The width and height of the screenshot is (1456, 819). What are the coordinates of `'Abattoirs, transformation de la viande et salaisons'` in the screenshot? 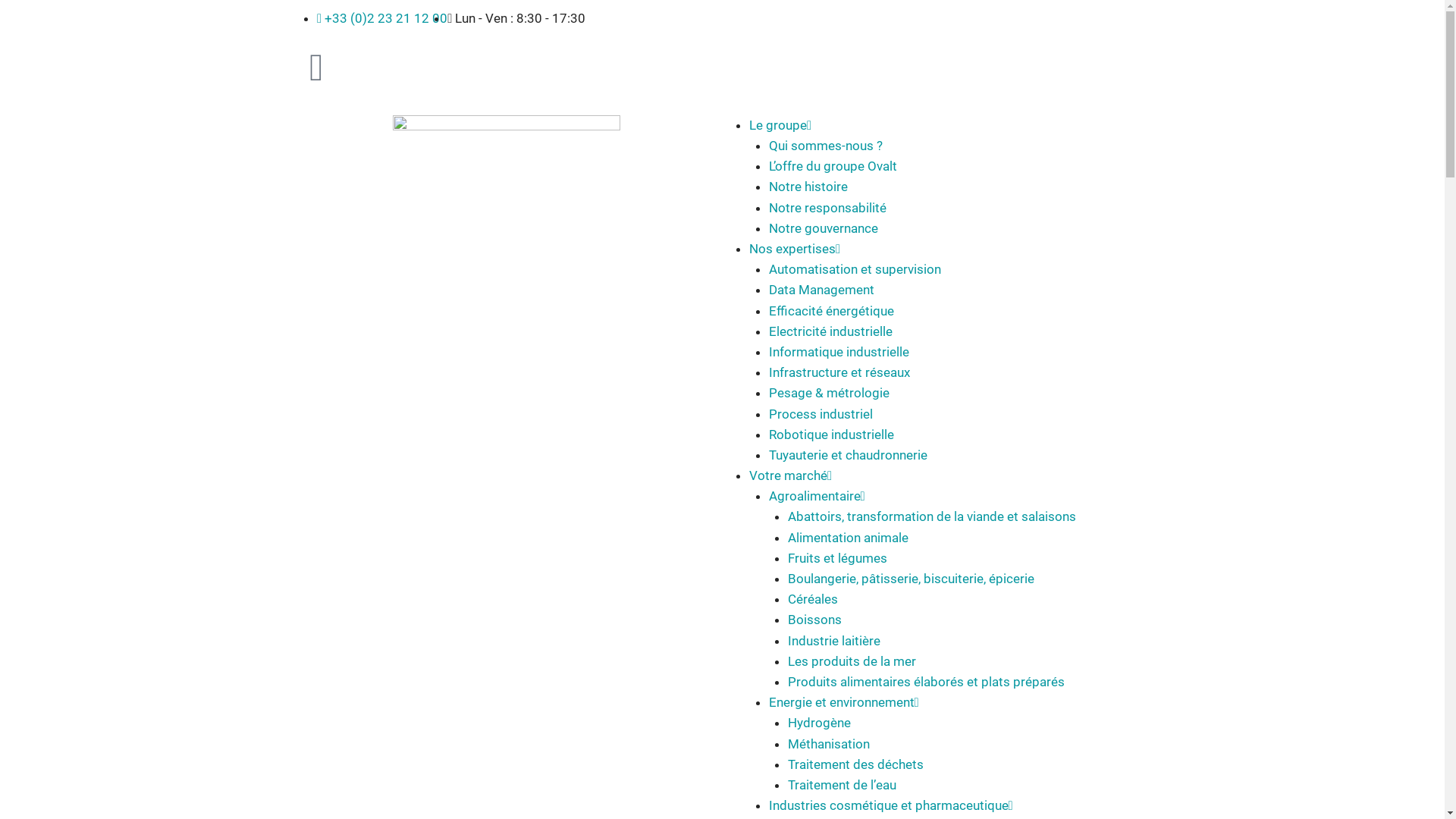 It's located at (930, 516).